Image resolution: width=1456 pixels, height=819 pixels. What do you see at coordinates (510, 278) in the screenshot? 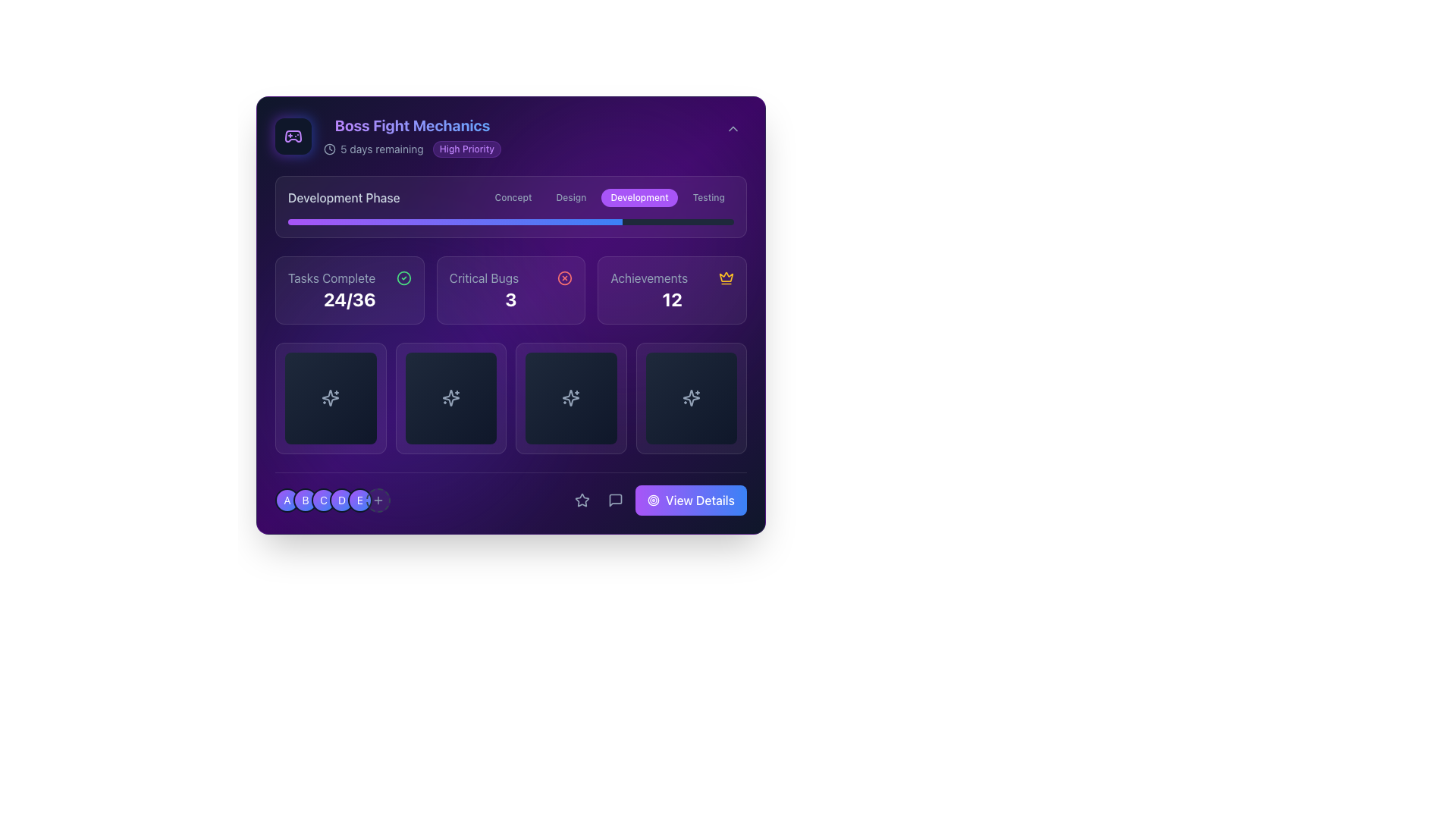
I see `text of the 'Critical Bugs' label, which is positioned in the upper-middle row of the card layout, to the right of 'Tasks Complete' and to the left of 'Achievements'` at bounding box center [510, 278].